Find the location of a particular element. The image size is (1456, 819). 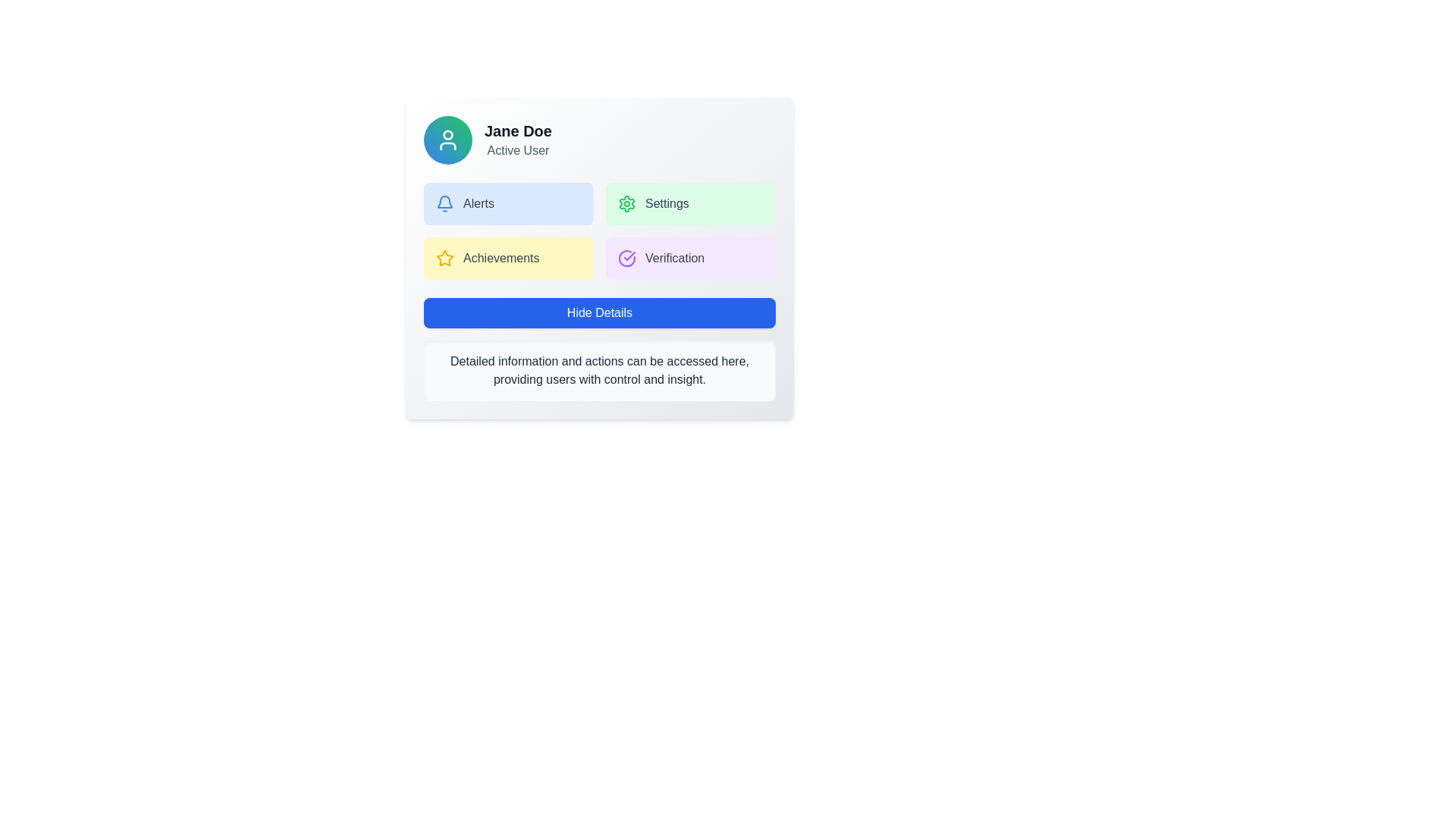

the 'Hide Details' button, which is a rectangular button with a blue gradient background and the text in bold white font is located at coordinates (599, 312).